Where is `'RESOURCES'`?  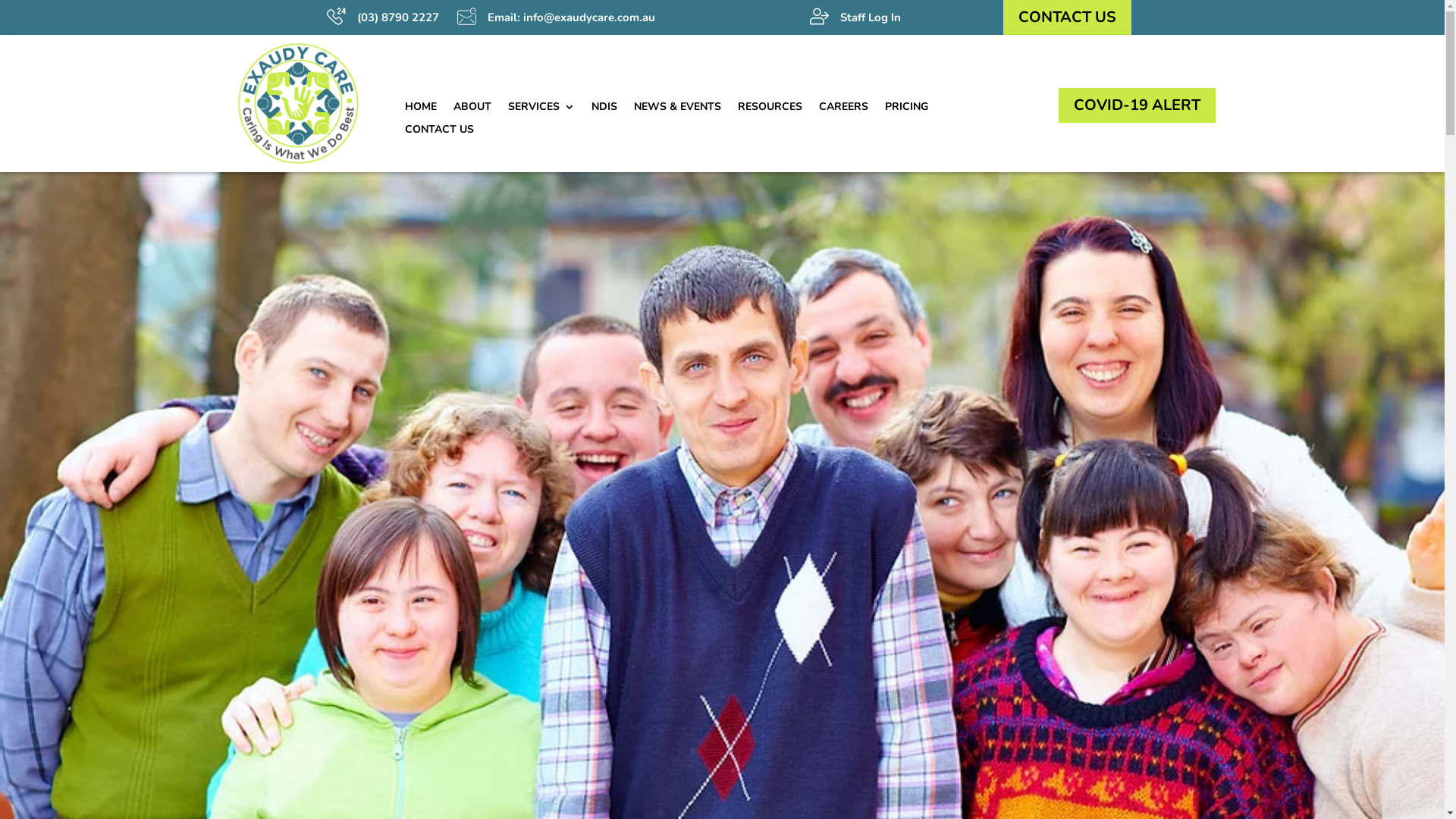
'RESOURCES' is located at coordinates (736, 109).